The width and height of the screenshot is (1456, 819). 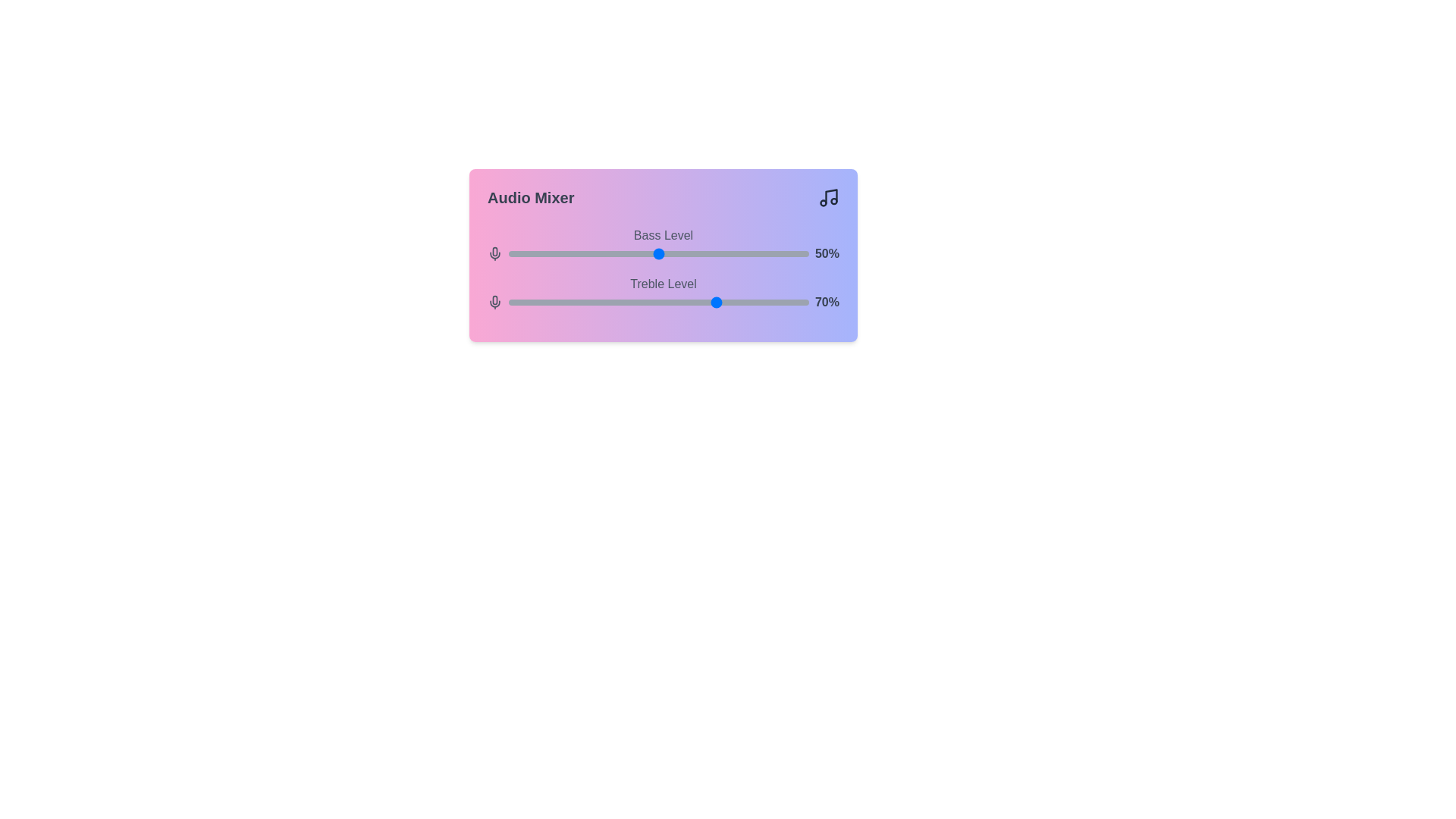 What do you see at coordinates (650, 253) in the screenshot?
I see `the 0 slider to 47%` at bounding box center [650, 253].